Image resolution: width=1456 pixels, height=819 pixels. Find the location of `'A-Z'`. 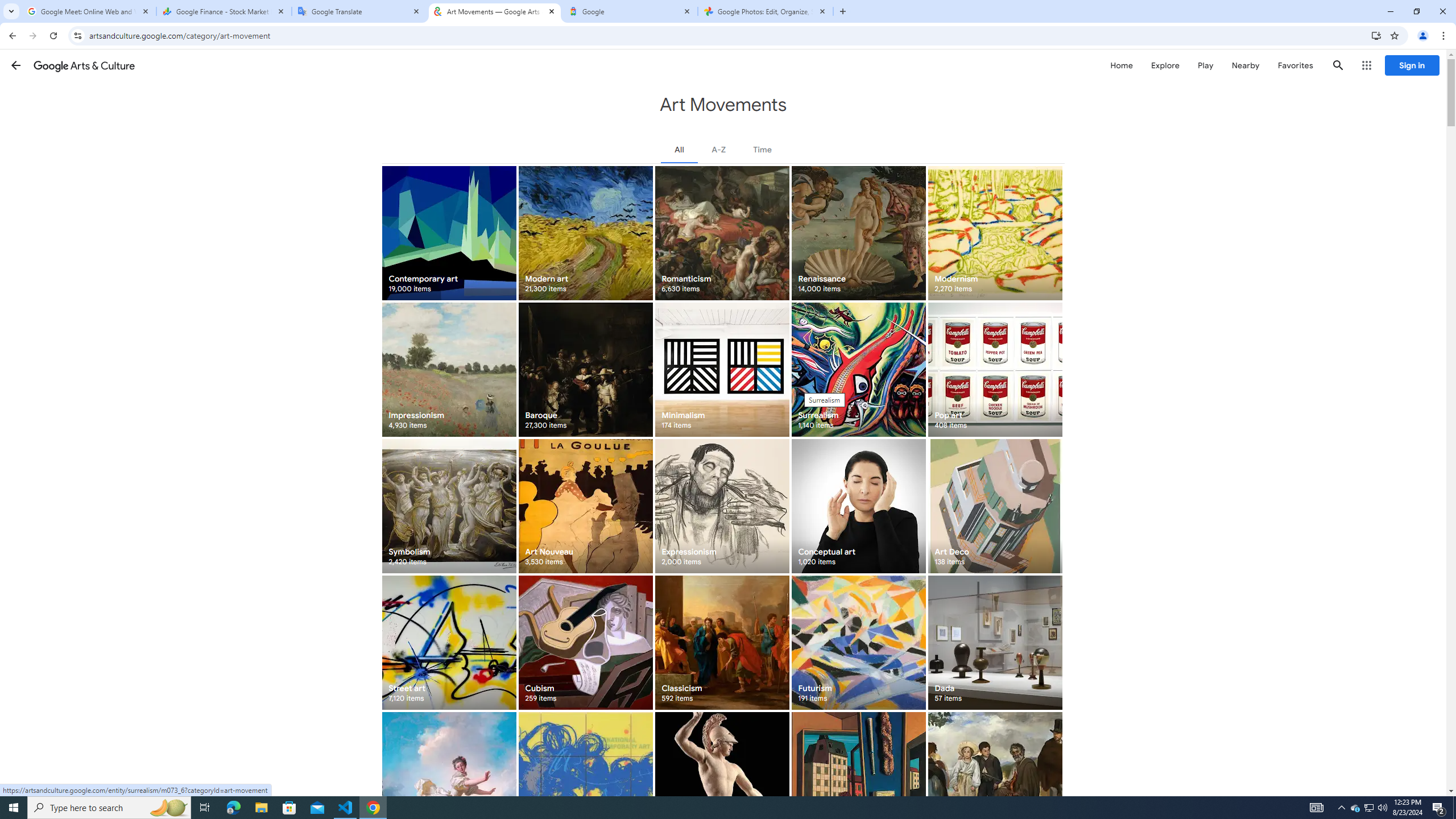

'A-Z' is located at coordinates (718, 148).